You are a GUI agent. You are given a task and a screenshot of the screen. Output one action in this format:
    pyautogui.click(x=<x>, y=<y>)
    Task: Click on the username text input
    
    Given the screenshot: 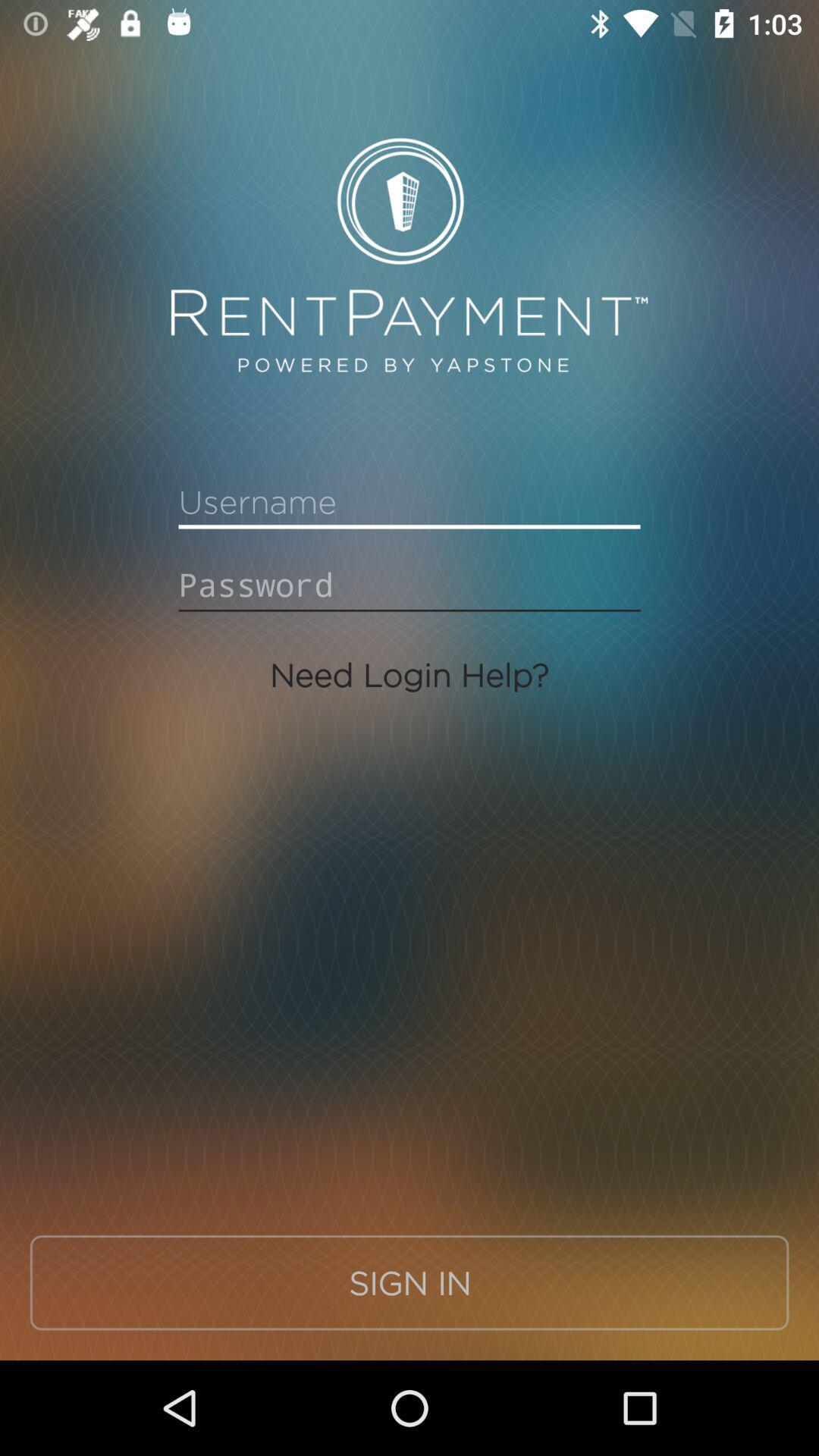 What is the action you would take?
    pyautogui.click(x=409, y=502)
    